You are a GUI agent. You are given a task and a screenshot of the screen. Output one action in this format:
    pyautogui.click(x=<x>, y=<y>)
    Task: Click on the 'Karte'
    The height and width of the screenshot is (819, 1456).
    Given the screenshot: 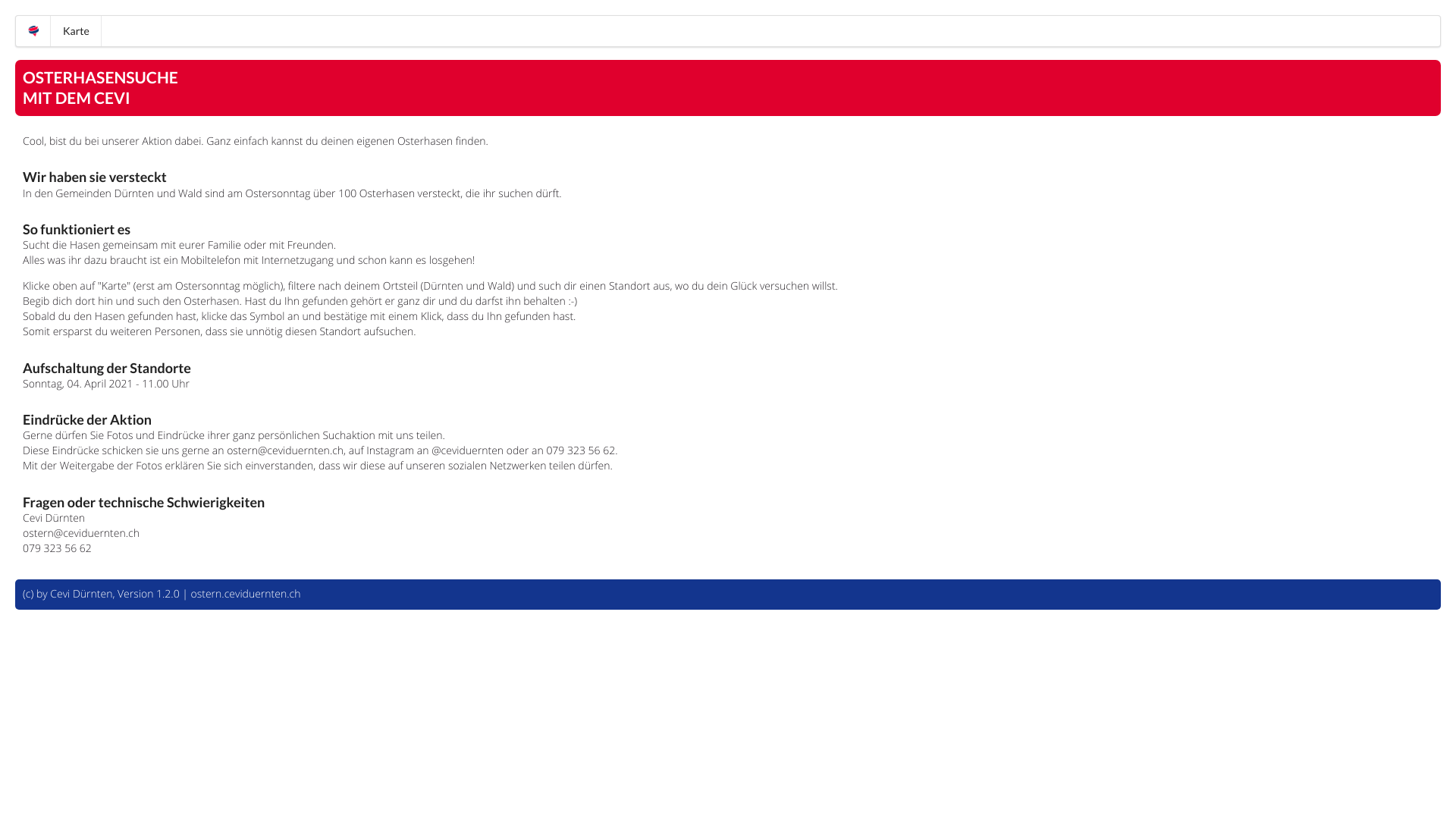 What is the action you would take?
    pyautogui.click(x=51, y=31)
    